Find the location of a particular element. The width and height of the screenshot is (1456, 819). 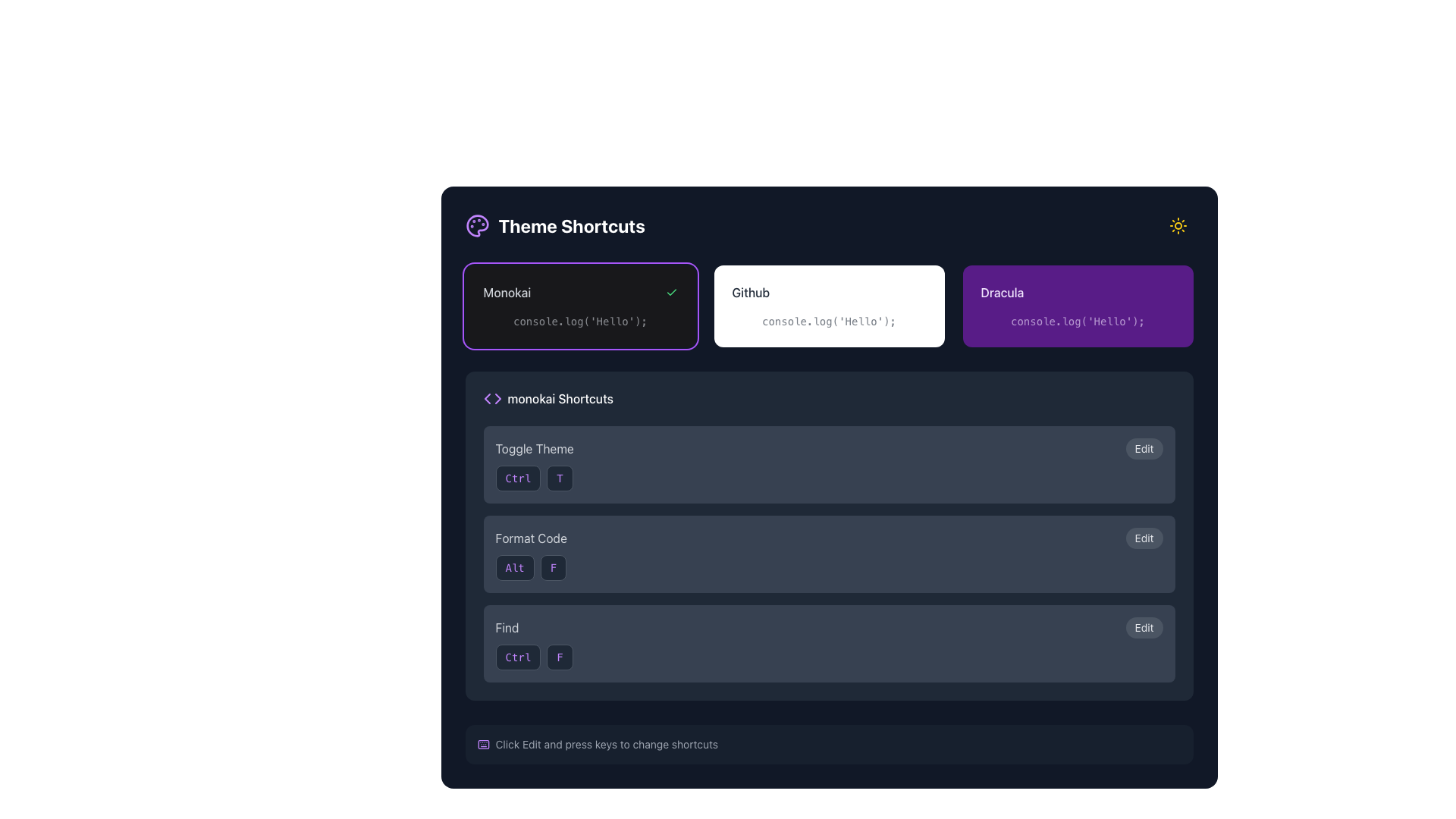

the selectable tile labeled 'Github' which contains the text 'console.log('Hello');' below it is located at coordinates (828, 306).